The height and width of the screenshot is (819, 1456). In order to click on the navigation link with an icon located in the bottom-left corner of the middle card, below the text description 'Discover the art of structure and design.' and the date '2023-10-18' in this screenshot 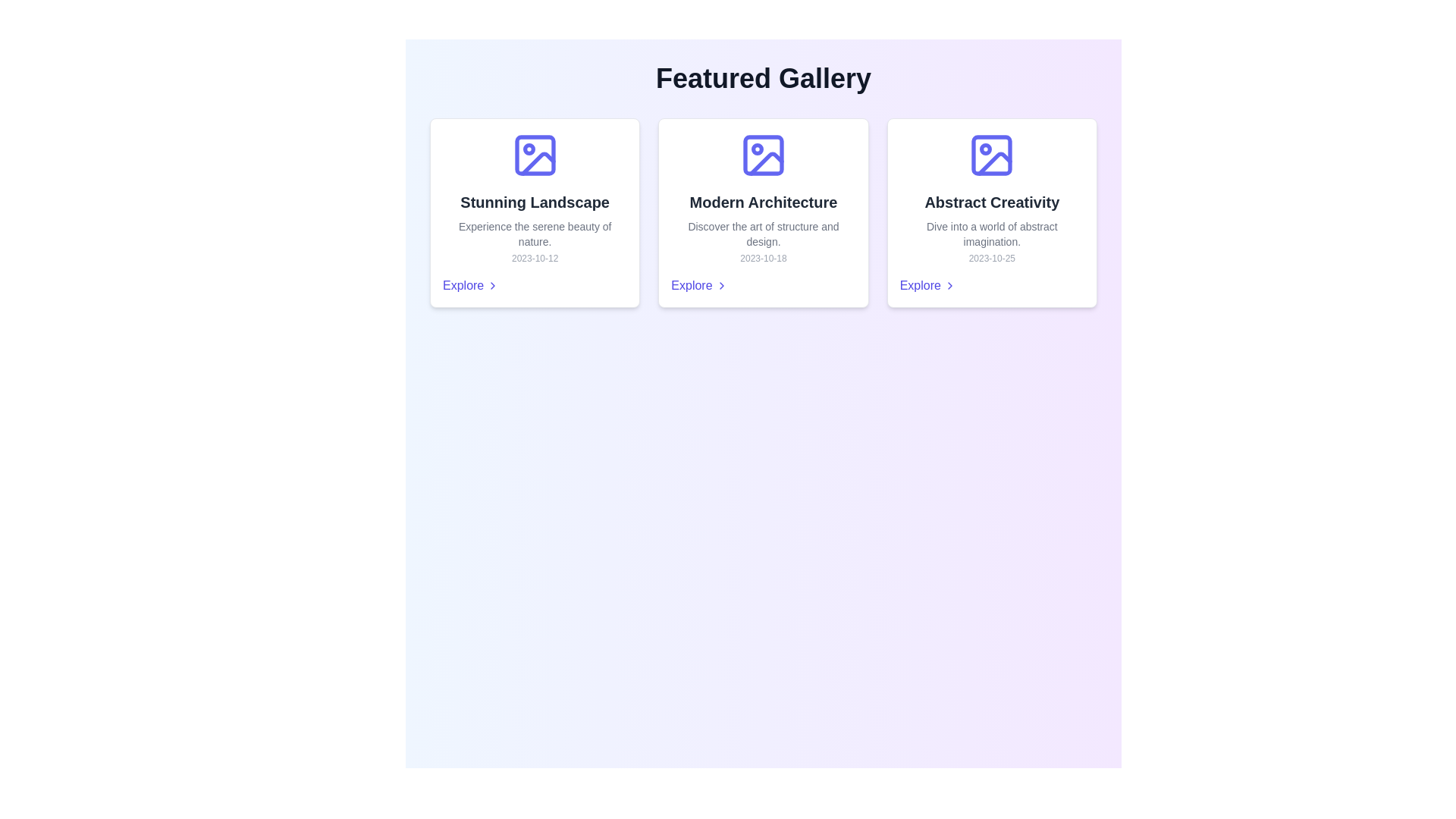, I will do `click(698, 286)`.